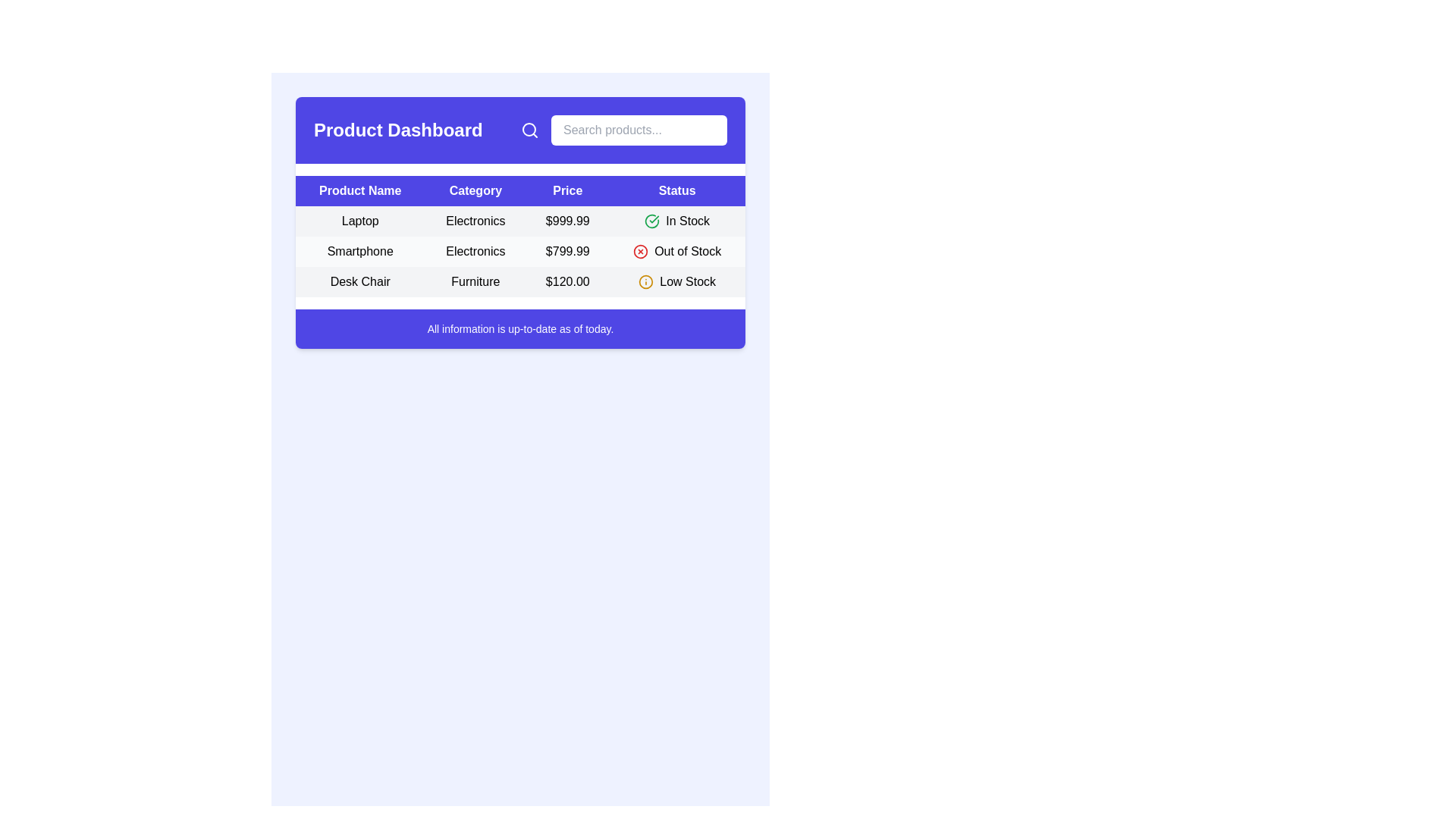 The height and width of the screenshot is (819, 1456). I want to click on the 'Electronics' text label, which is a black text on a light gray background, located in the second cell of the 'Category' column in the first row of the table, so click(475, 221).